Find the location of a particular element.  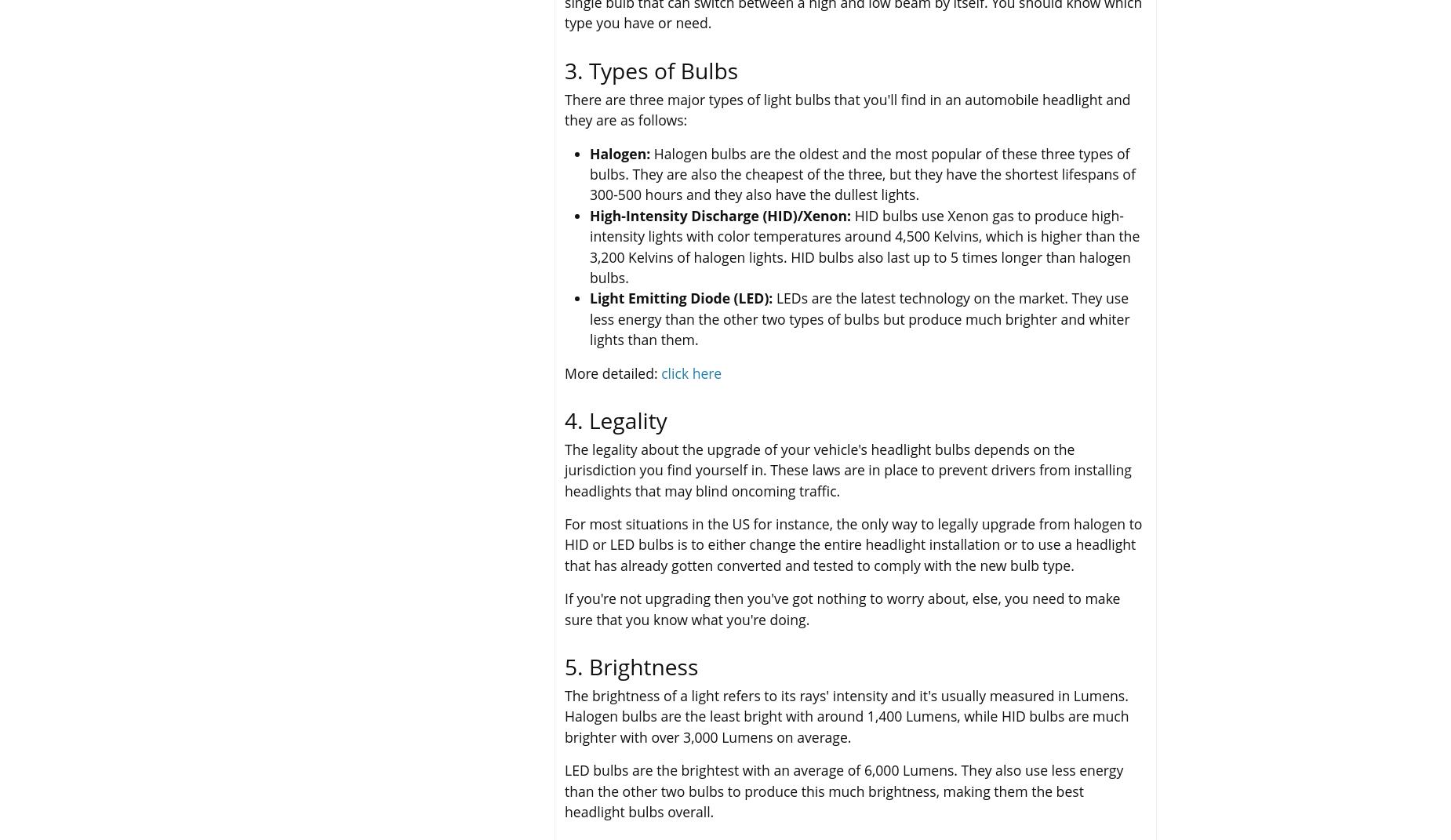

'The legality about the upgrade of your vehicle's headlight bulbs depends on the jurisdiction you find yourself in. These laws are in place to prevent drivers from installing headlights that may blind oncoming traffic.' is located at coordinates (846, 469).